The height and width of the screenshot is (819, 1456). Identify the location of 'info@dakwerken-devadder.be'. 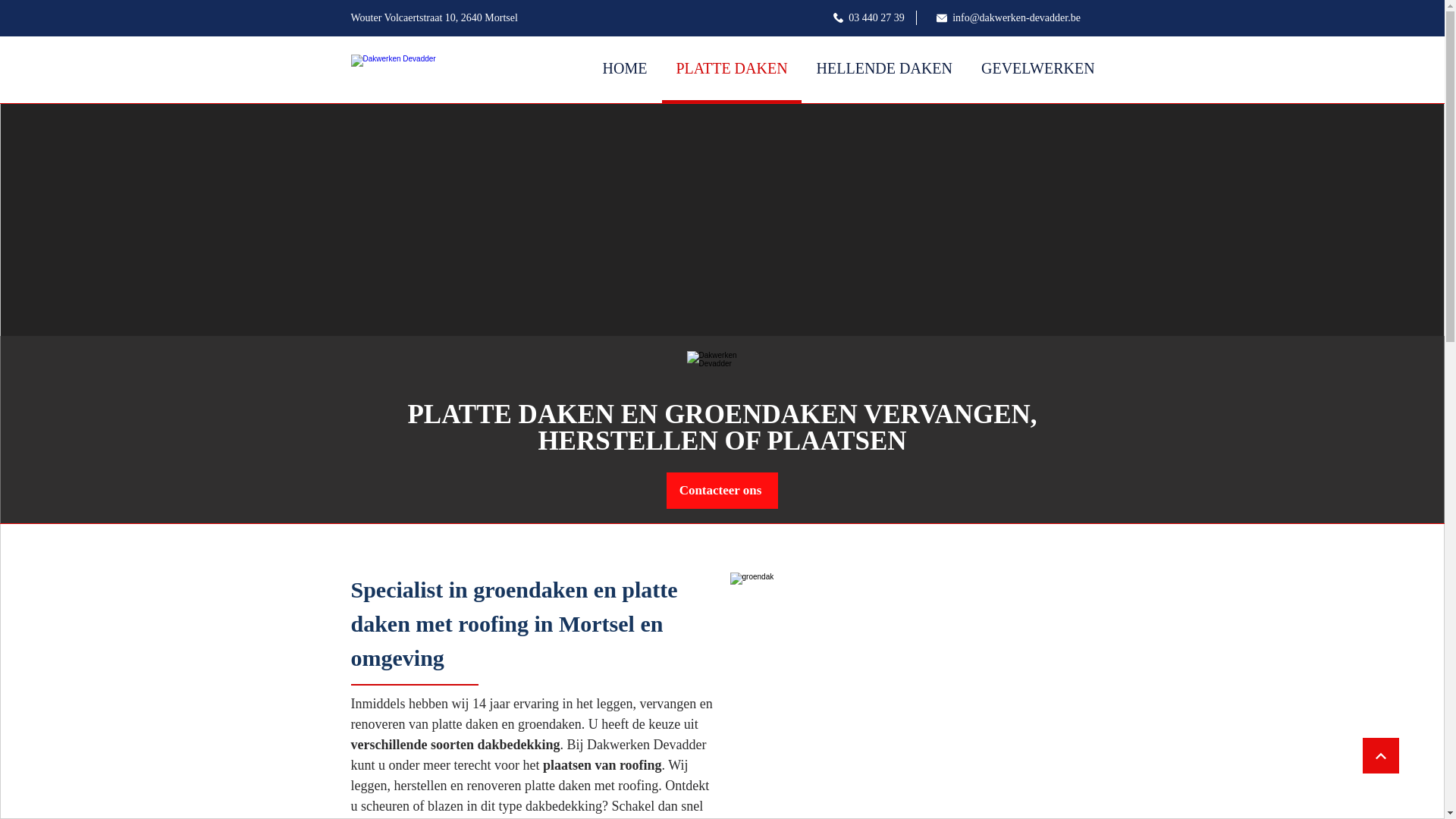
(1009, 17).